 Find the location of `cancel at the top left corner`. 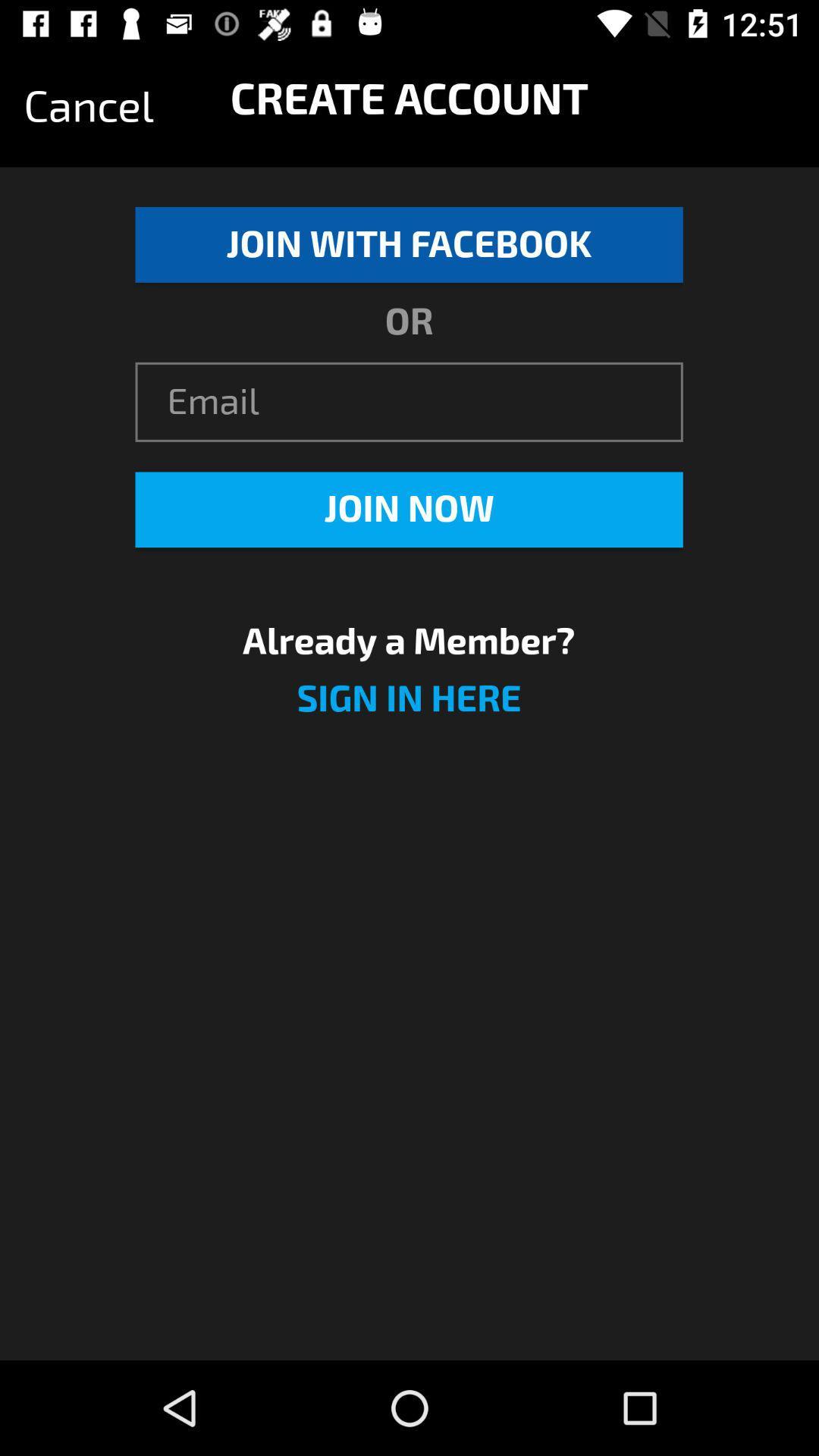

cancel at the top left corner is located at coordinates (89, 106).